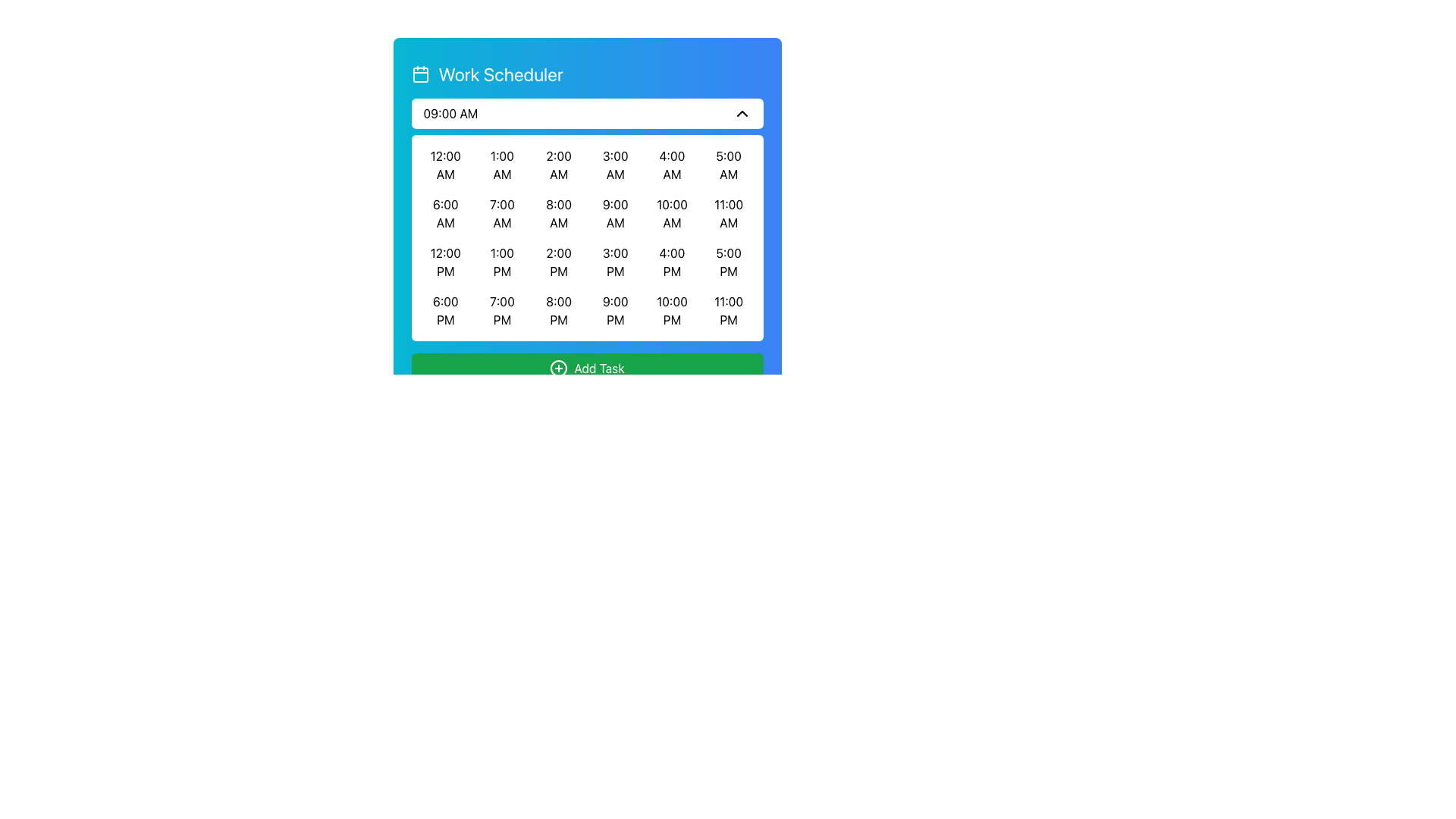  What do you see at coordinates (444, 165) in the screenshot?
I see `the '12:00 AM' time slot button in the scheduling interface` at bounding box center [444, 165].